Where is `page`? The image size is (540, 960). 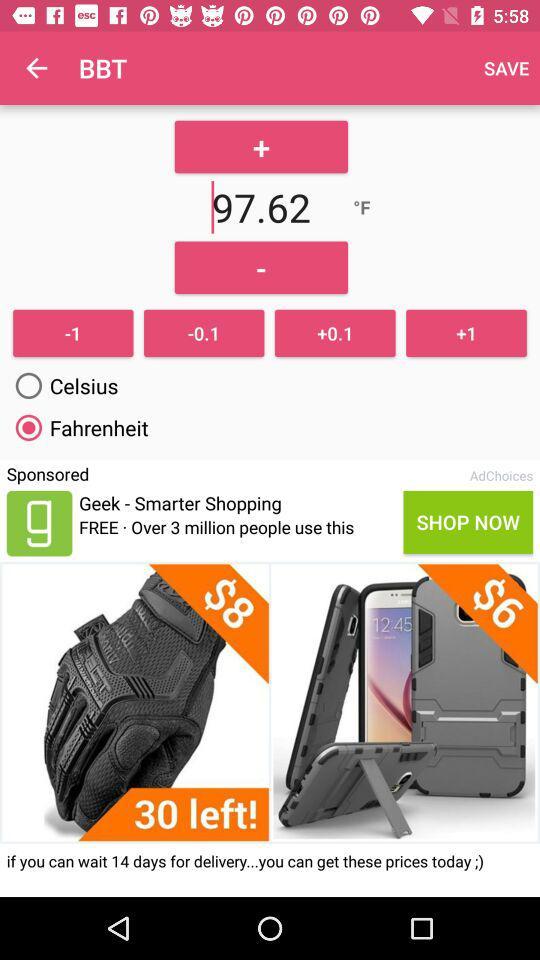 page is located at coordinates (39, 522).